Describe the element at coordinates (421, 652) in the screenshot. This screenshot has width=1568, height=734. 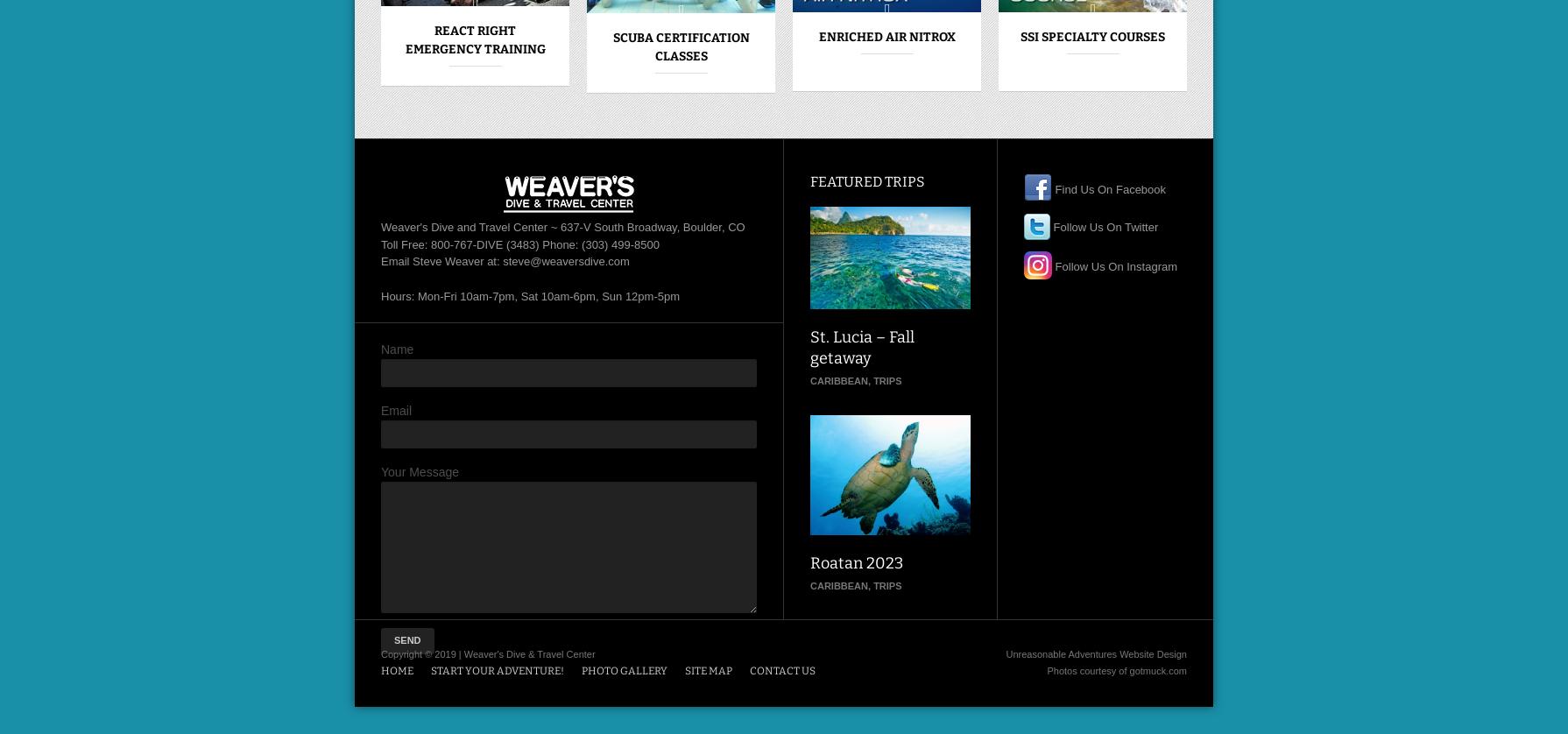
I see `'Copyright © 2019 |'` at that location.